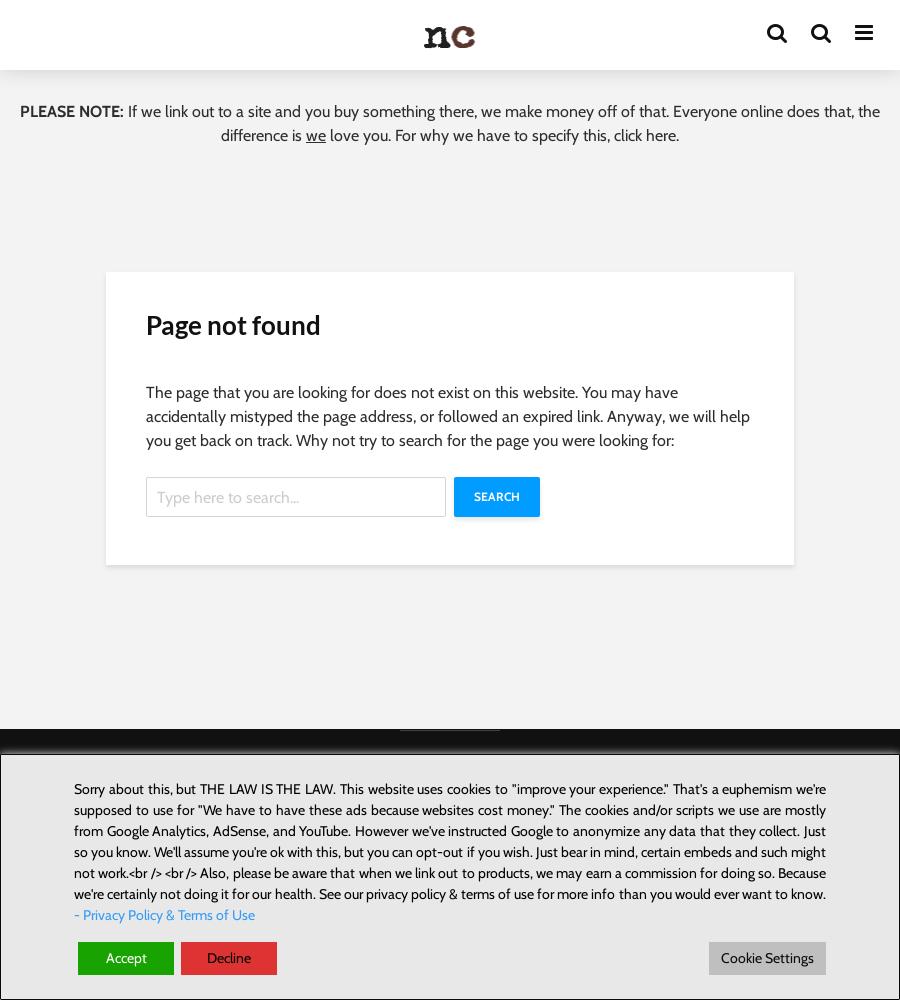  Describe the element at coordinates (495, 495) in the screenshot. I see `'Search'` at that location.